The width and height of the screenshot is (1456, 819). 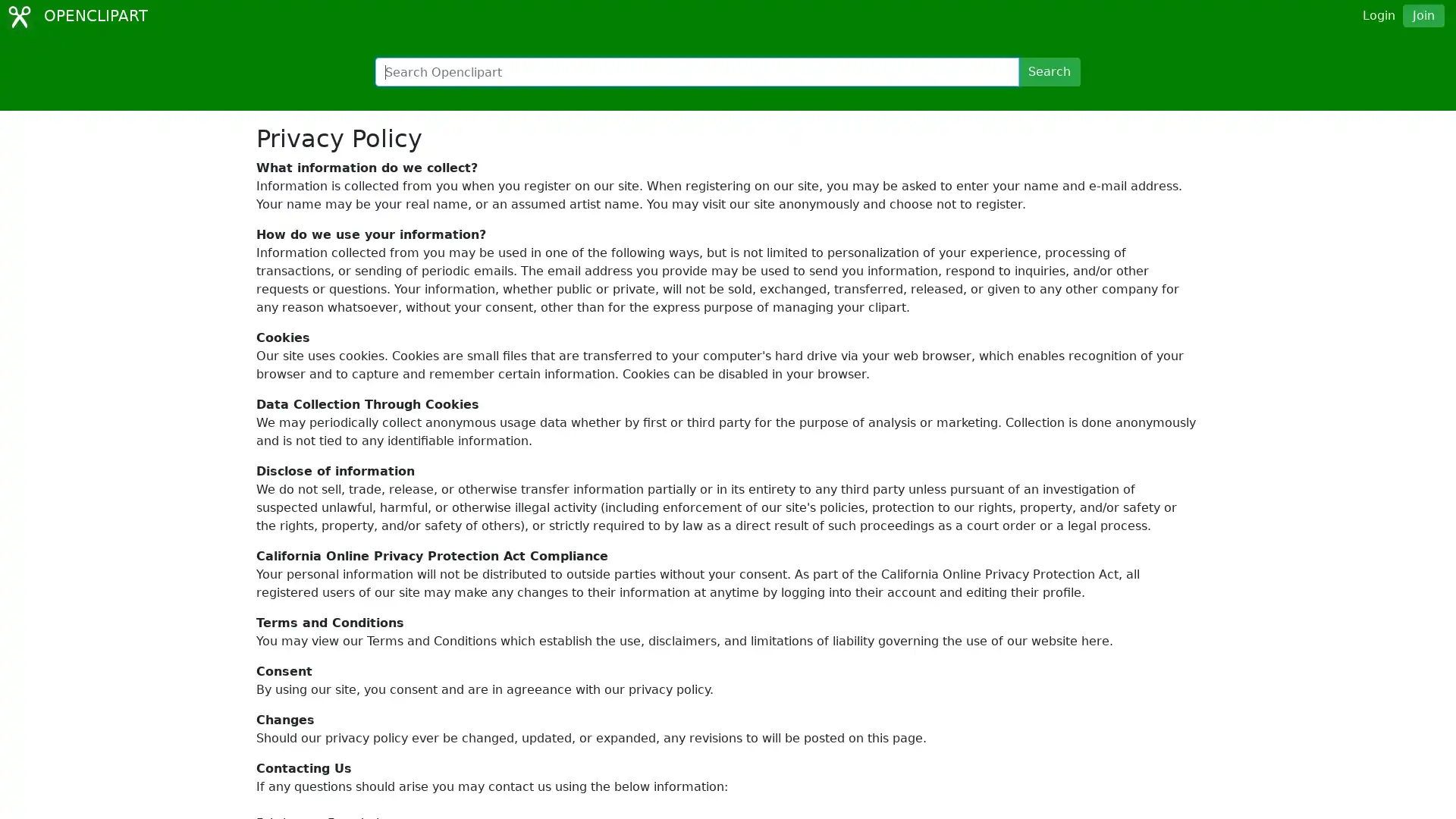 What do you see at coordinates (1048, 72) in the screenshot?
I see `Search` at bounding box center [1048, 72].